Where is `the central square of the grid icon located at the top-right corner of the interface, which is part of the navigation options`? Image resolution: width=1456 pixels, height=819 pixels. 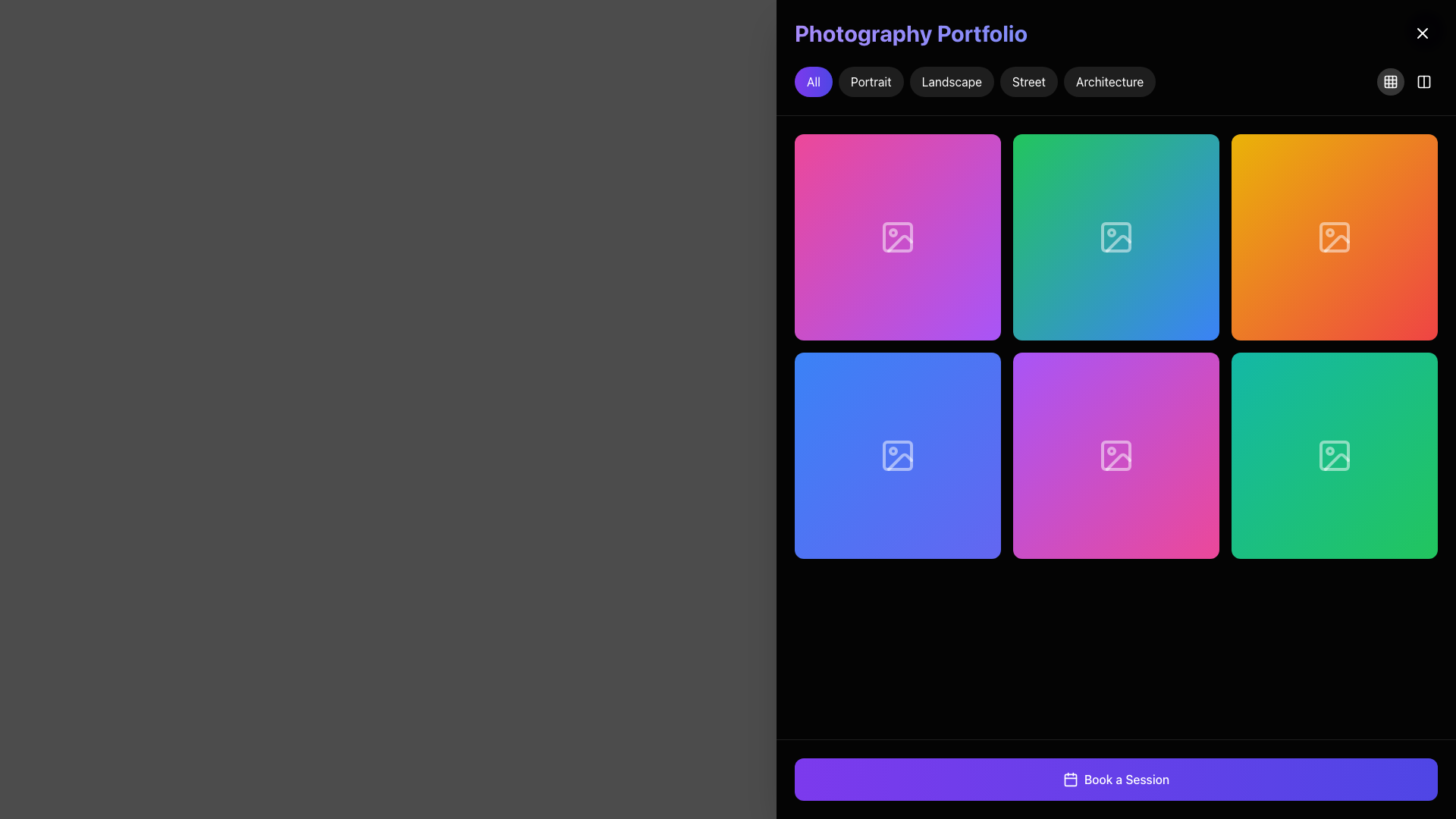
the central square of the grid icon located at the top-right corner of the interface, which is part of the navigation options is located at coordinates (1390, 82).